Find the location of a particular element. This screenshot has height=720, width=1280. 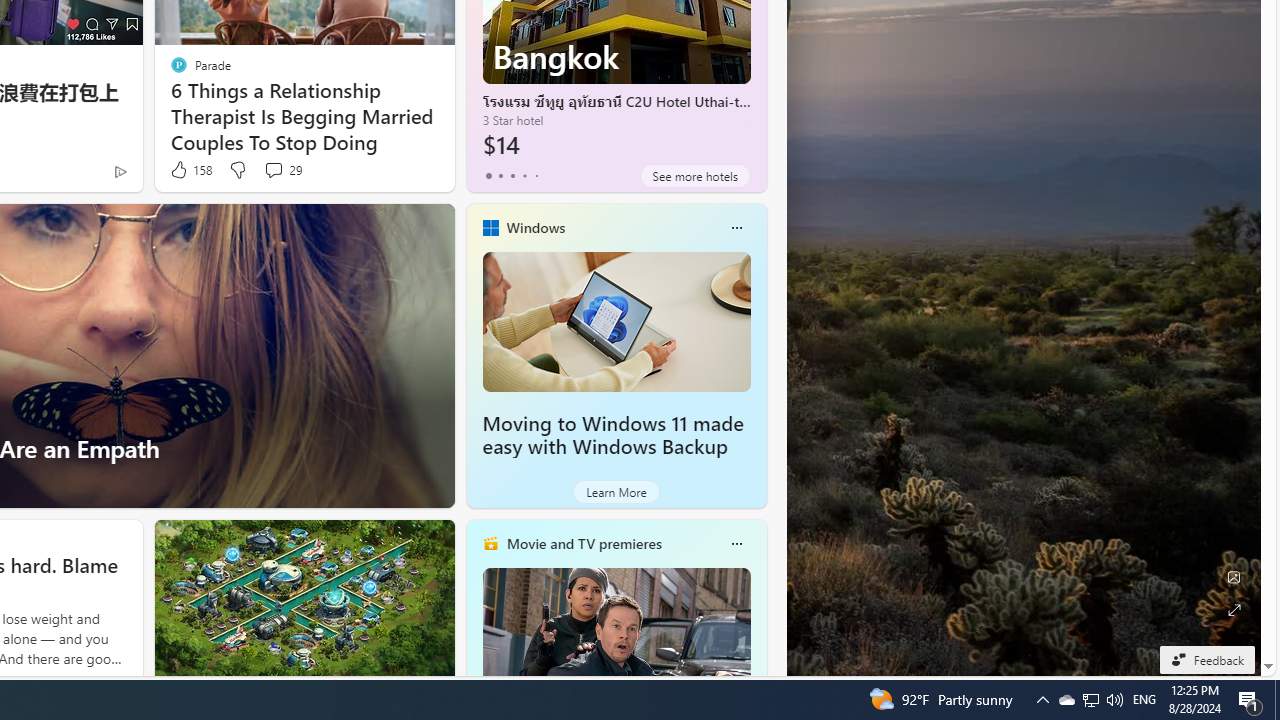

'Movie and TV premieres' is located at coordinates (582, 543).